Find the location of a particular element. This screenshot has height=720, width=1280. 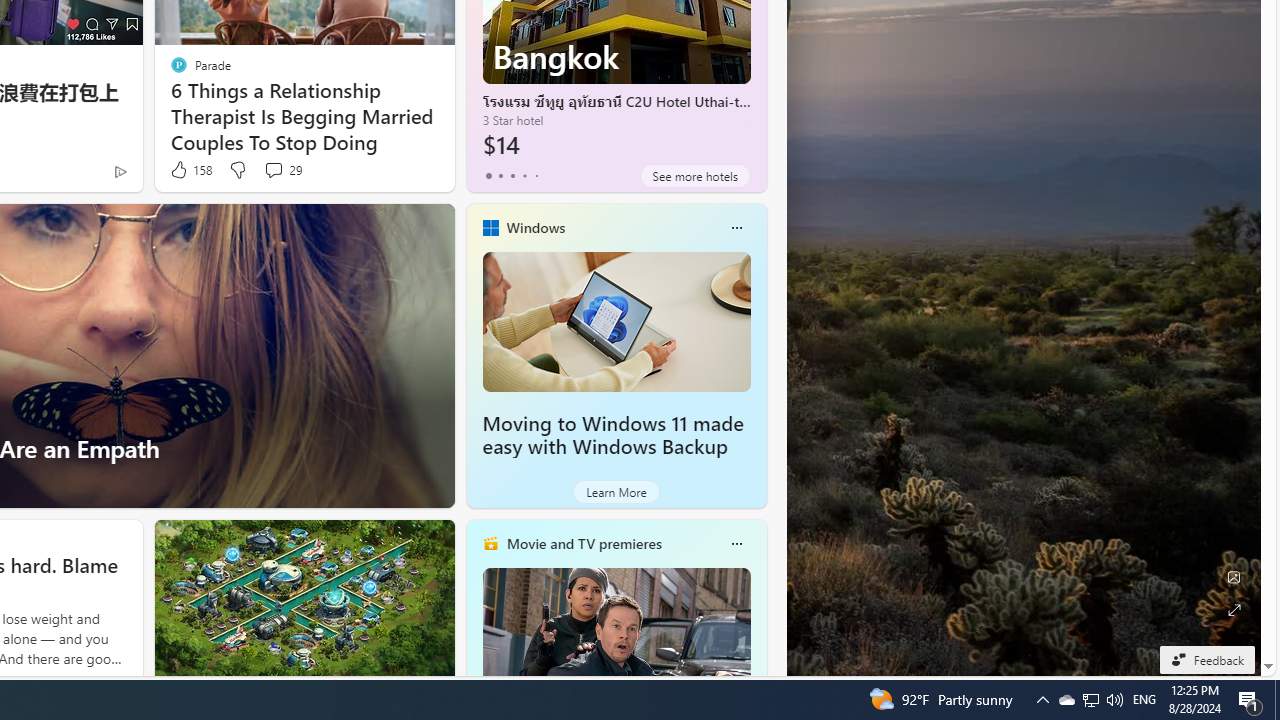

'Movie and TV premieres' is located at coordinates (582, 543).